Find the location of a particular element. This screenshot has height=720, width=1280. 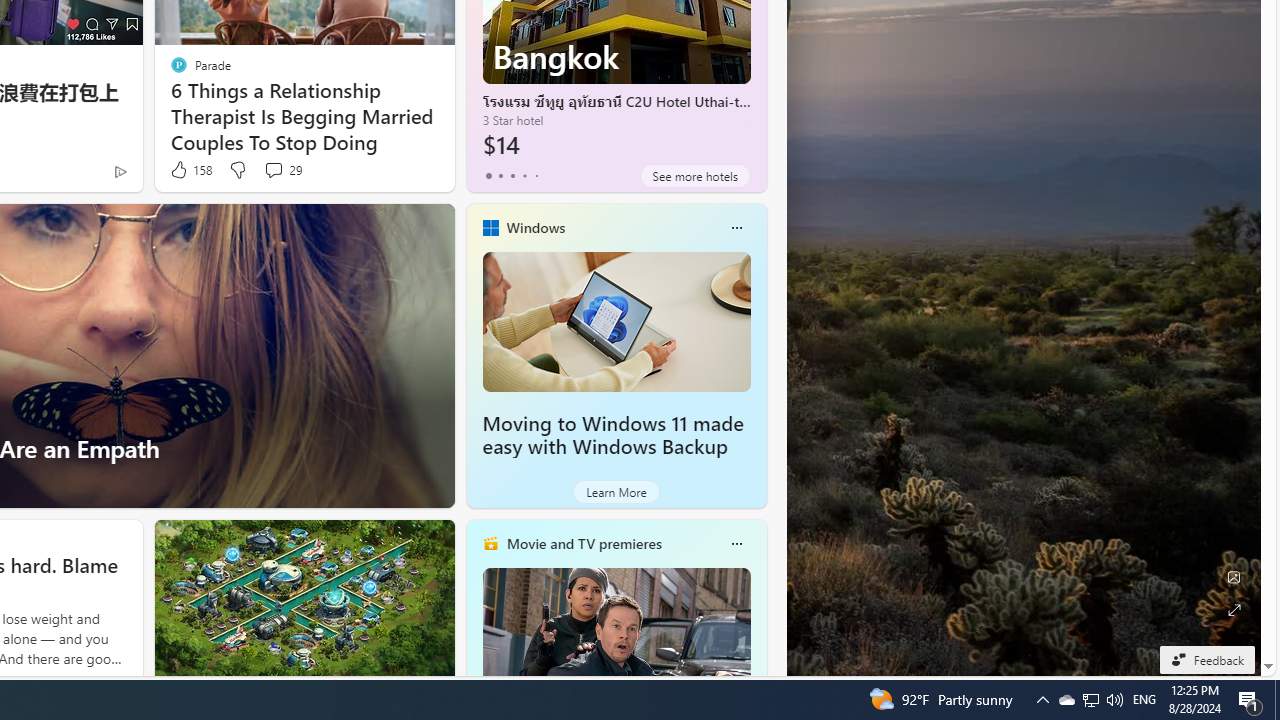

'Movie and TV premieres' is located at coordinates (582, 543).